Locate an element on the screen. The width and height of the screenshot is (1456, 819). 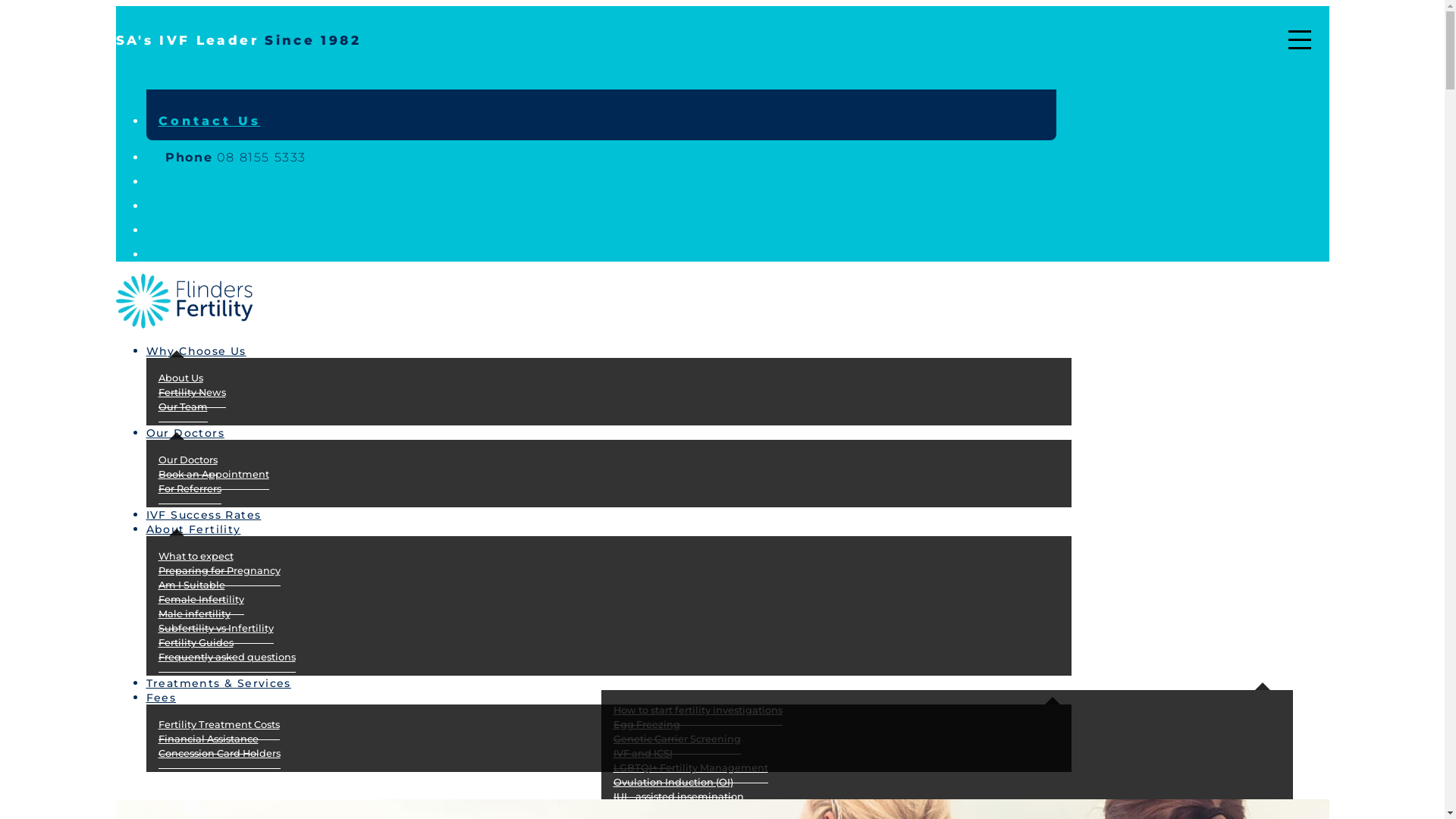
'Our Doctors' is located at coordinates (196, 430).